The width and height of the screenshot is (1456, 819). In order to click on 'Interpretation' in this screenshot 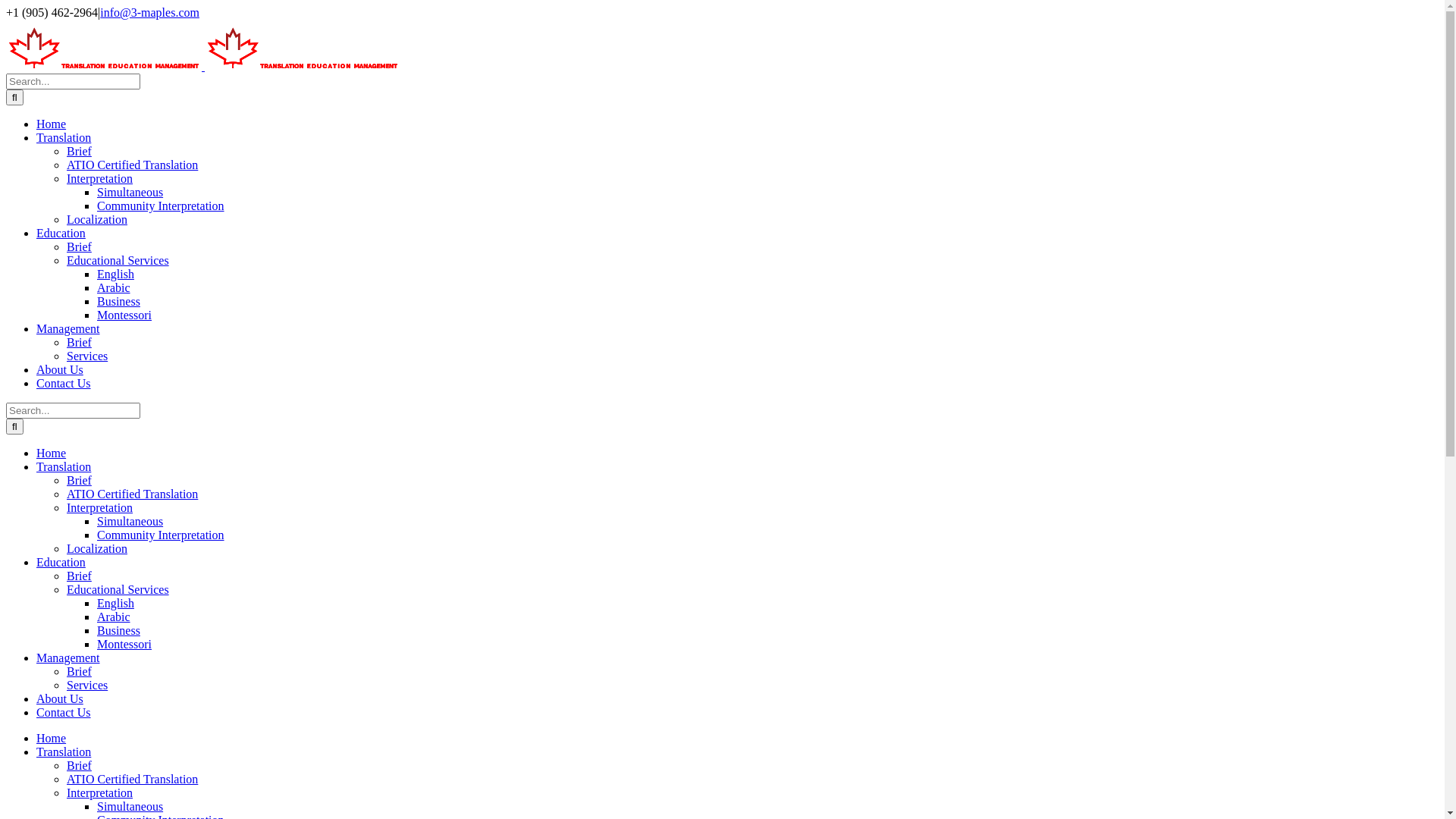, I will do `click(65, 792)`.